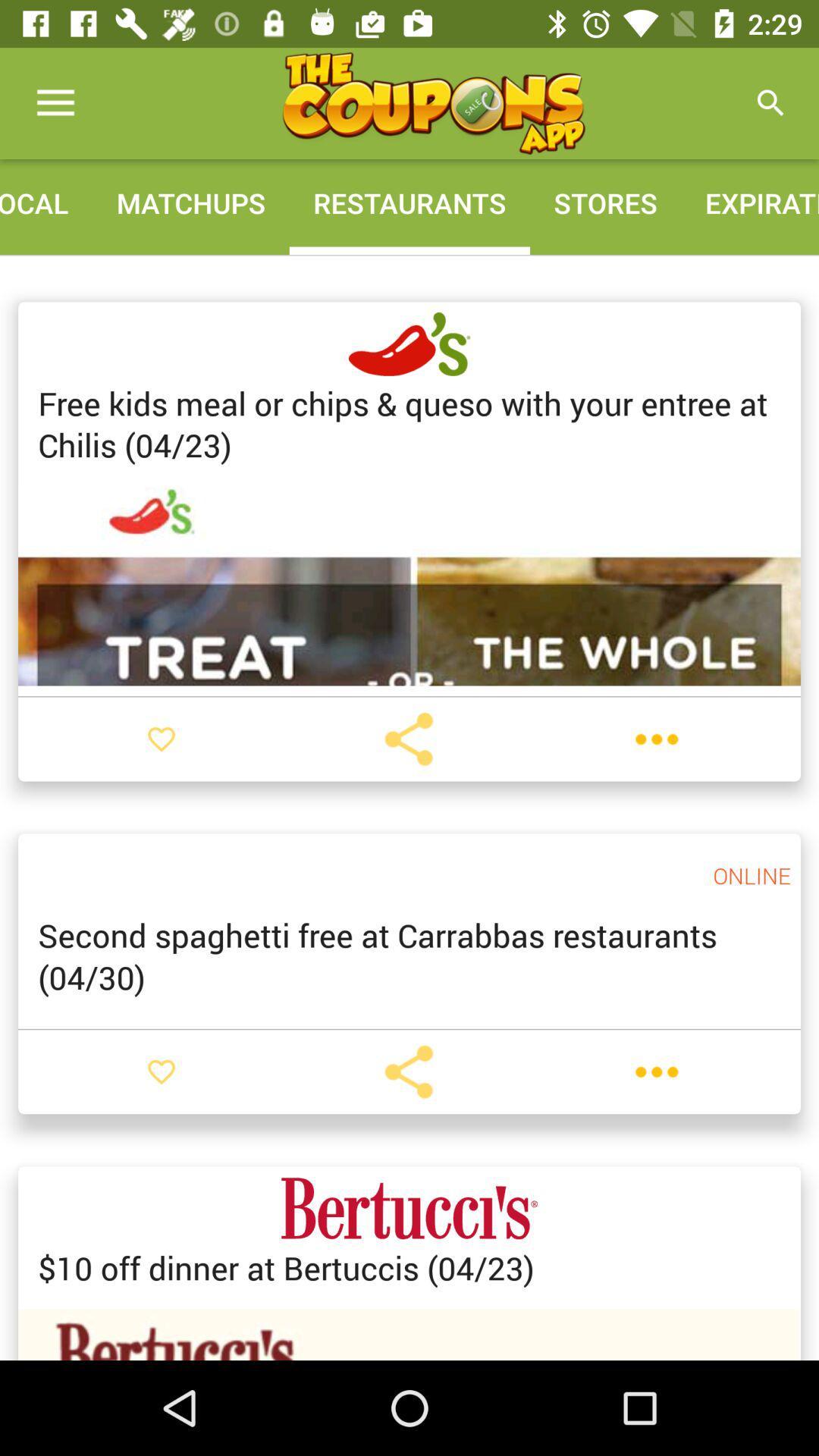  What do you see at coordinates (190, 202) in the screenshot?
I see `icon to the right of the local` at bounding box center [190, 202].